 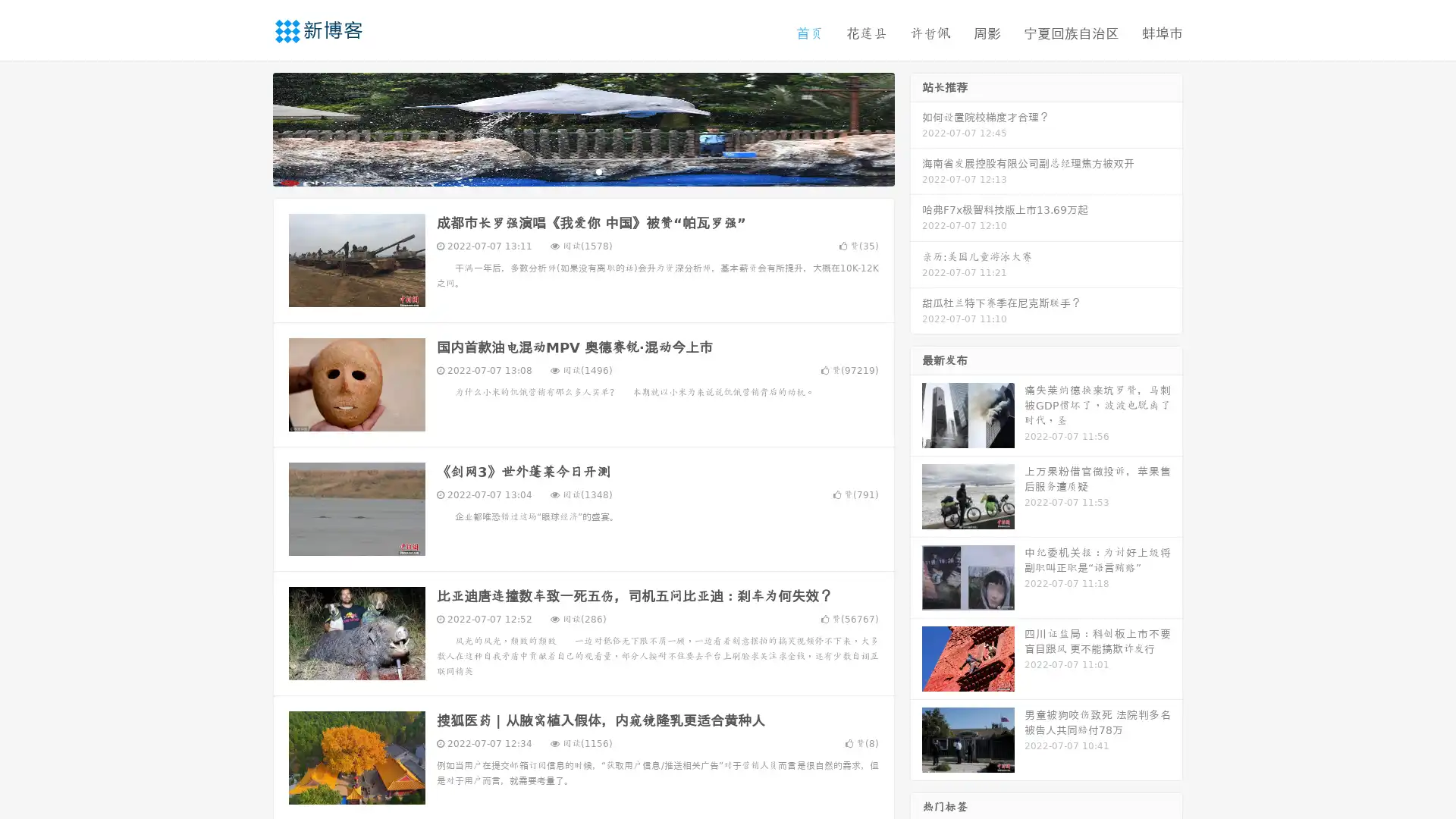 What do you see at coordinates (250, 127) in the screenshot?
I see `Previous slide` at bounding box center [250, 127].